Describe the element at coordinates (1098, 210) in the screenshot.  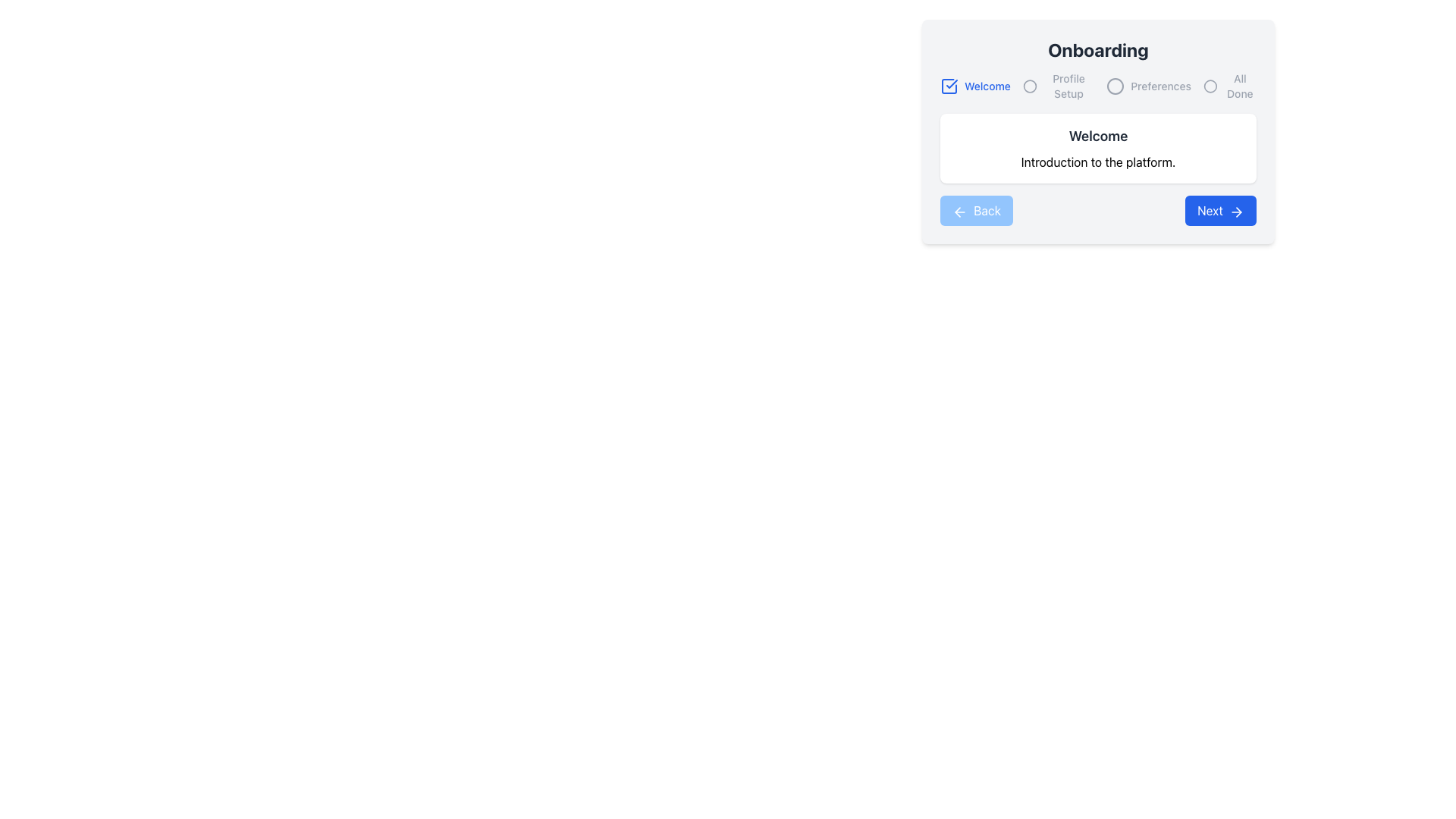
I see `the 'Next' button in the Button Group located at the bottom of the onboarding window` at that location.